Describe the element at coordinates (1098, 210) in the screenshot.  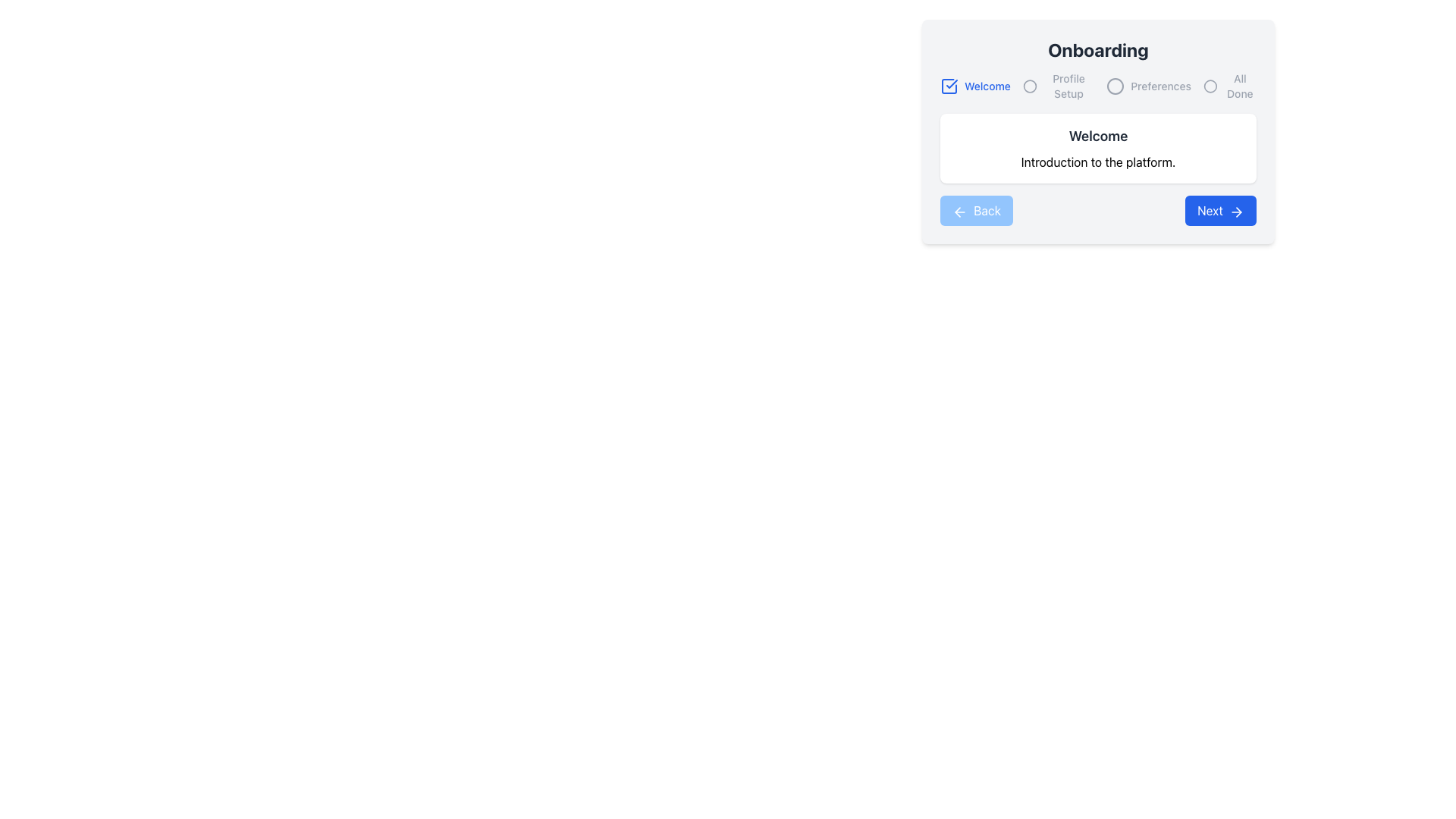
I see `the 'Next' button in the Button Group located at the bottom of the onboarding window` at that location.